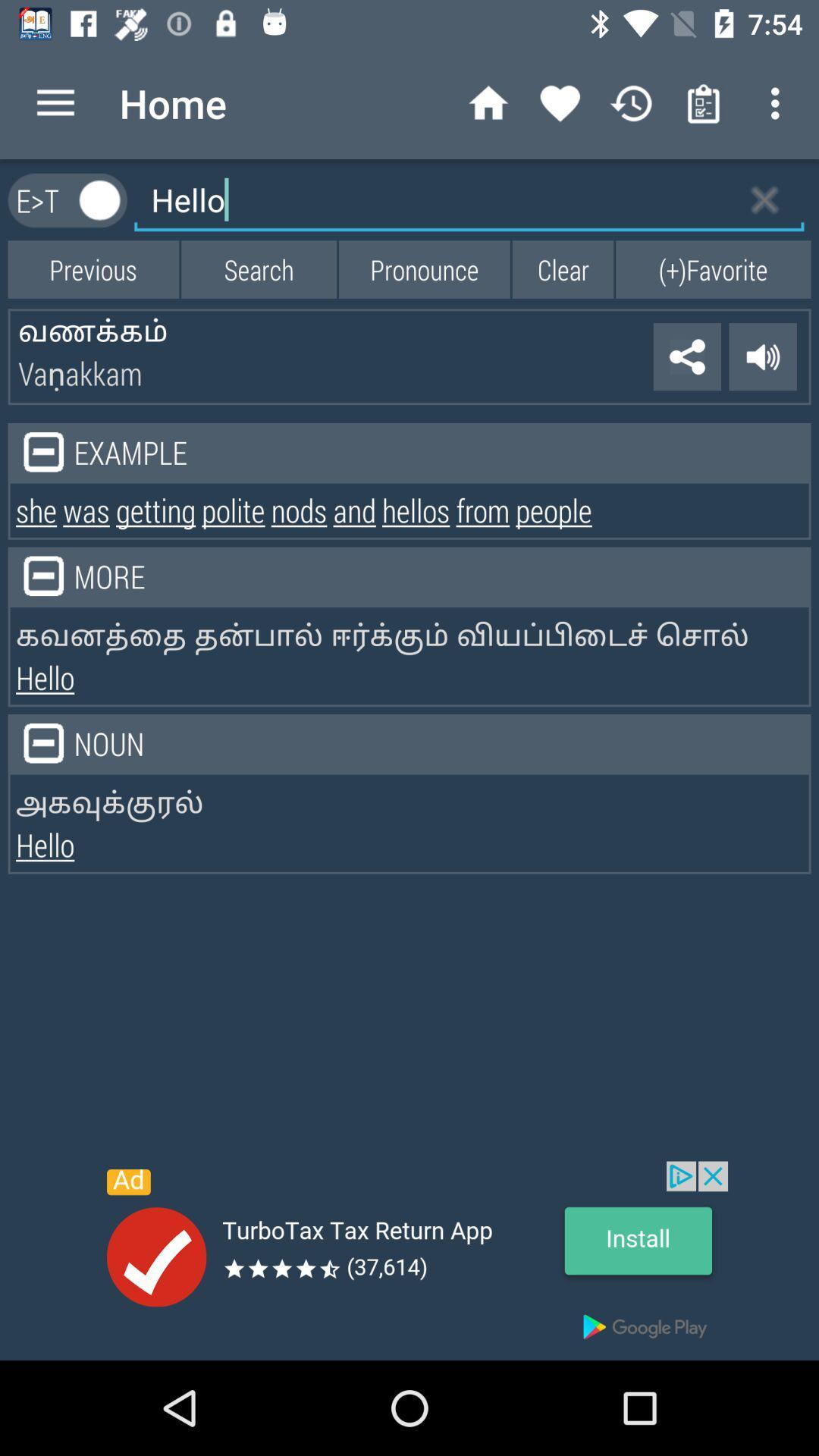  What do you see at coordinates (100, 199) in the screenshot?
I see `the avatar icon` at bounding box center [100, 199].